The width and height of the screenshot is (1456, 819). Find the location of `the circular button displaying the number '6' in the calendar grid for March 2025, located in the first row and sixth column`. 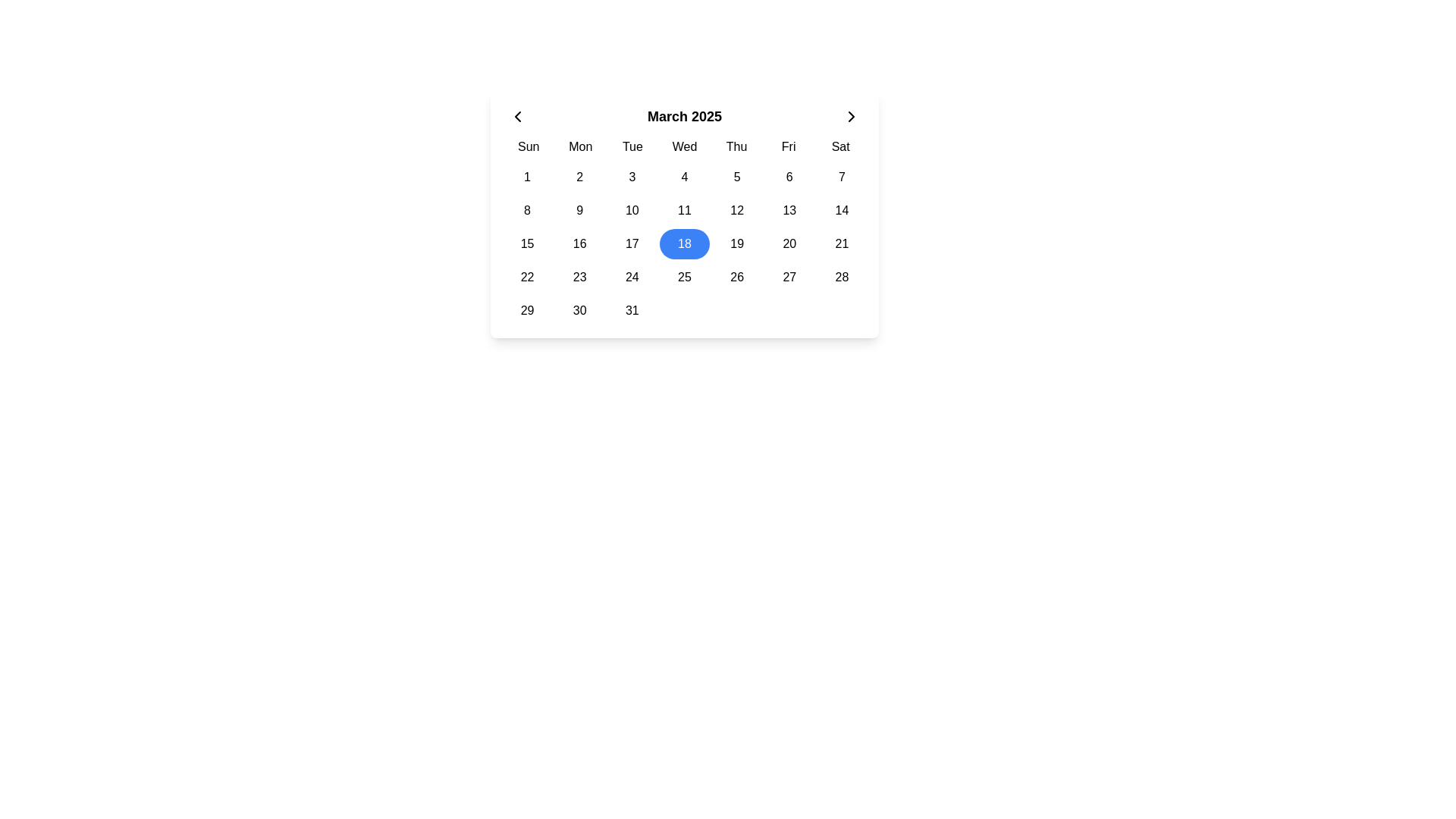

the circular button displaying the number '6' in the calendar grid for March 2025, located in the first row and sixth column is located at coordinates (789, 177).